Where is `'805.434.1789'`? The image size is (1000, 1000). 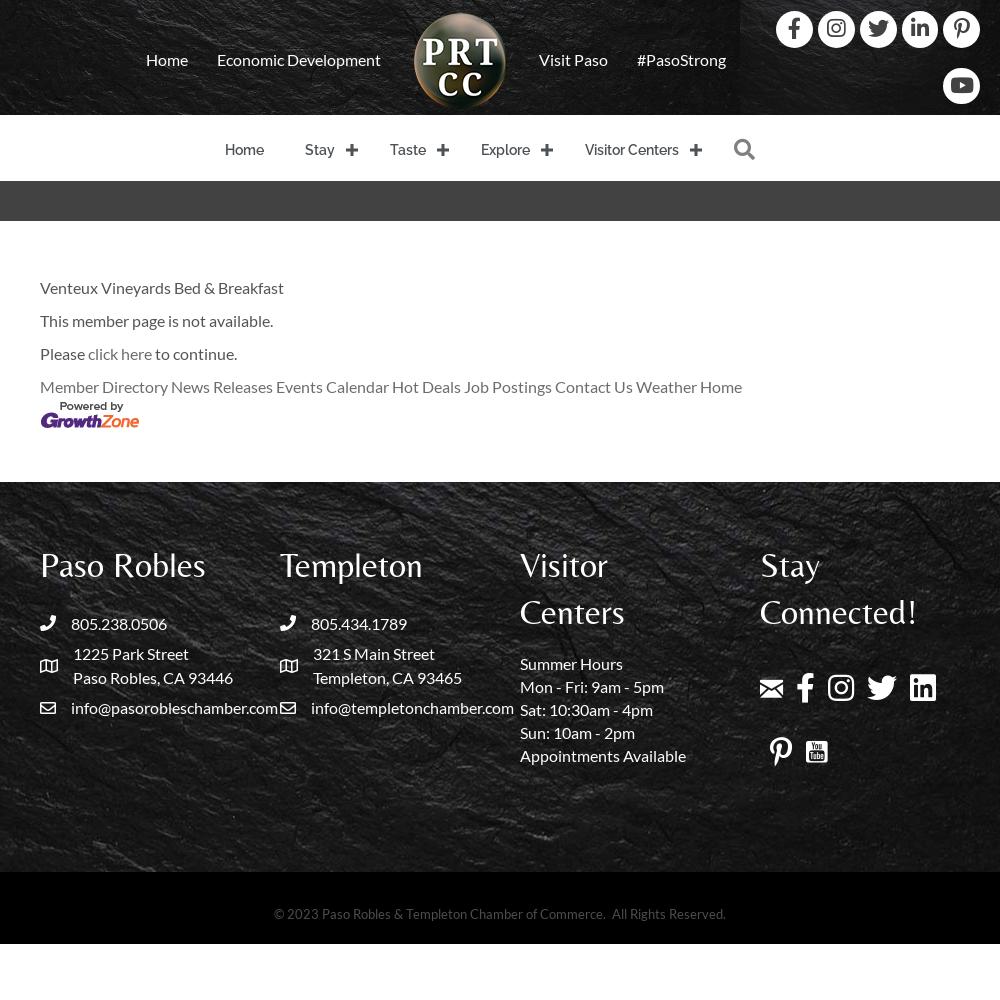 '805.434.1789' is located at coordinates (358, 621).